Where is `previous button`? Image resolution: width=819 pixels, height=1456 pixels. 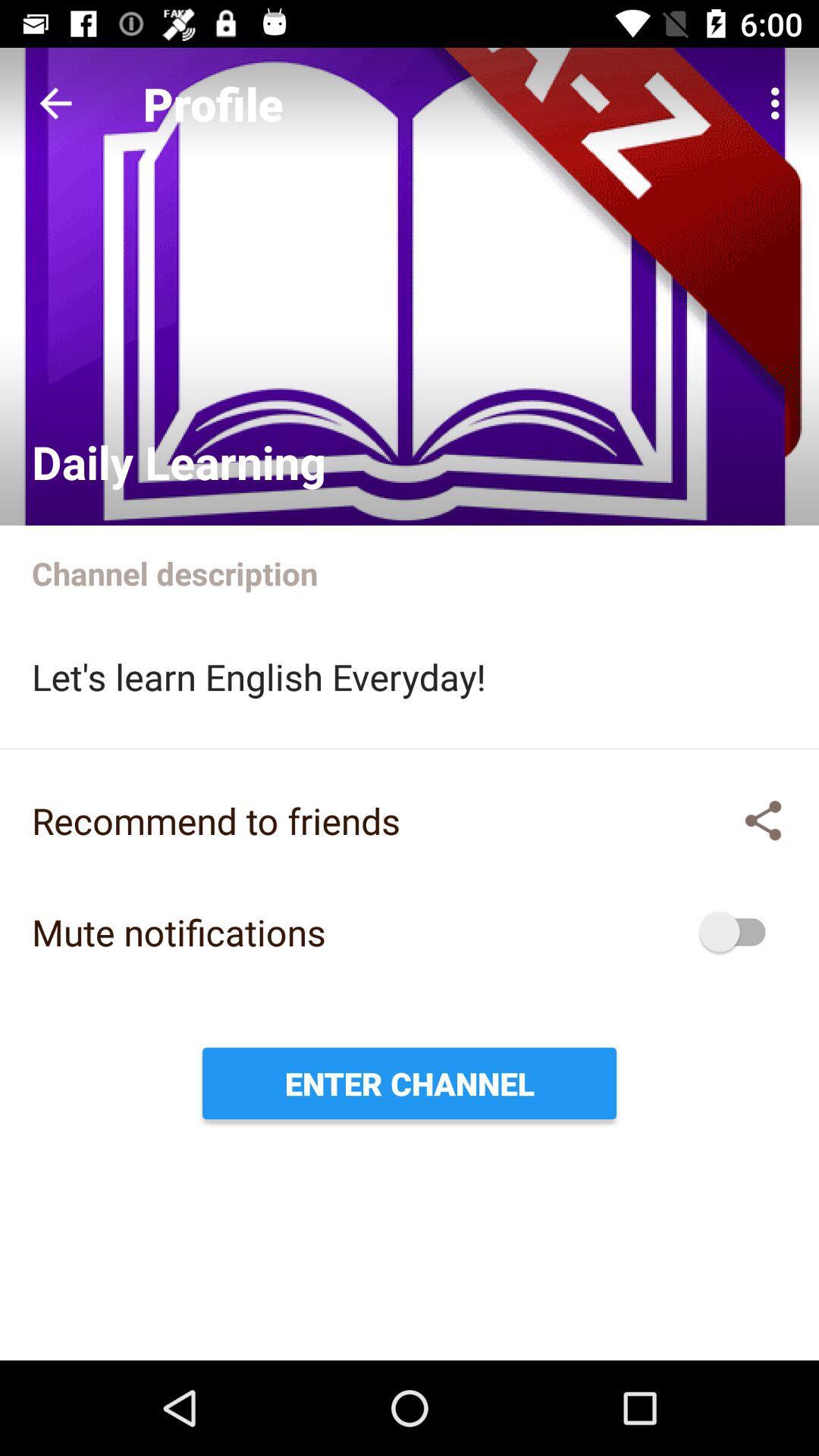 previous button is located at coordinates (55, 102).